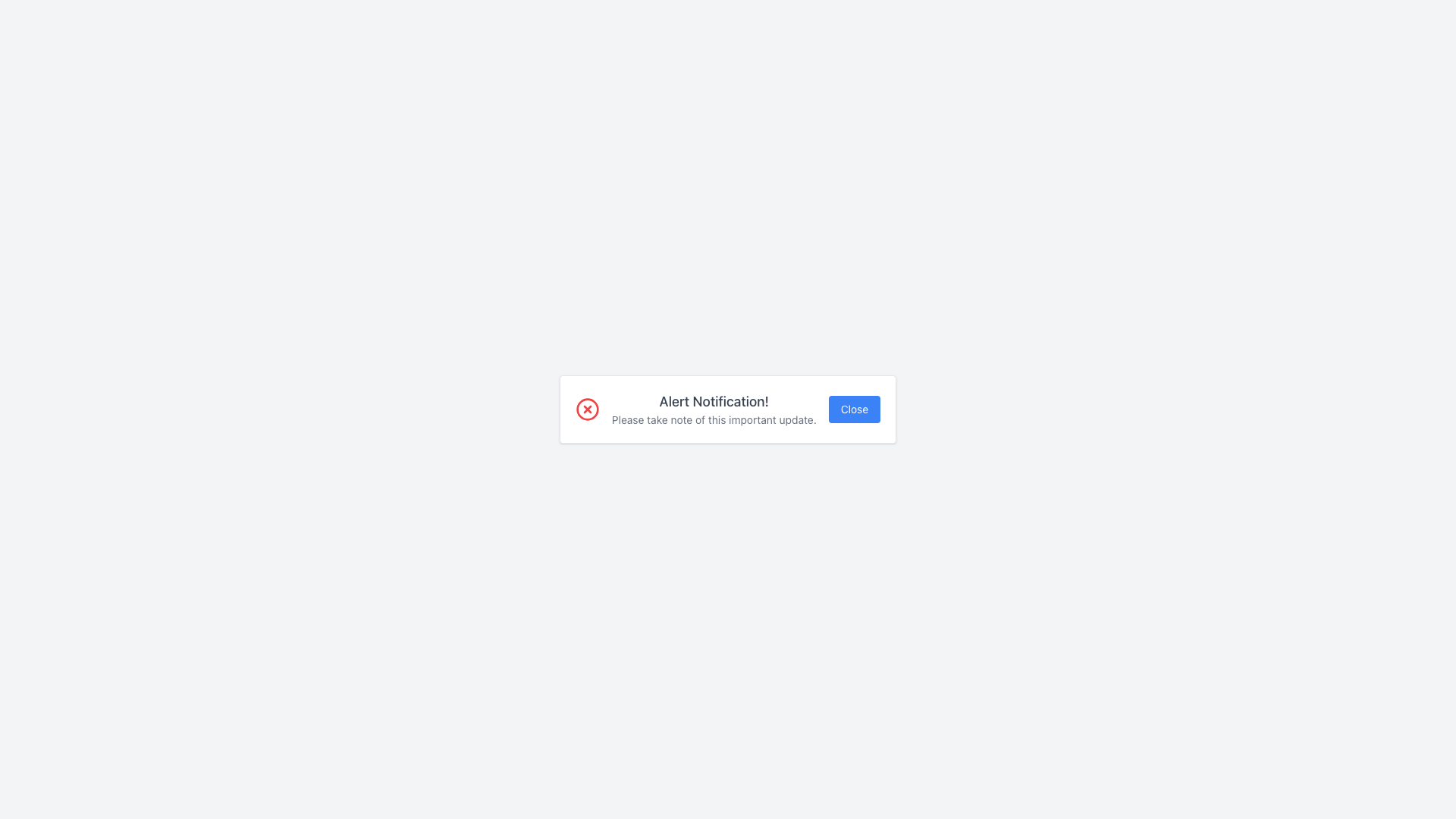 The height and width of the screenshot is (819, 1456). Describe the element at coordinates (713, 420) in the screenshot. I see `text line that says 'Please take note of this important update.' which is located below the header 'Alert Notification!' in the notification panel` at that location.